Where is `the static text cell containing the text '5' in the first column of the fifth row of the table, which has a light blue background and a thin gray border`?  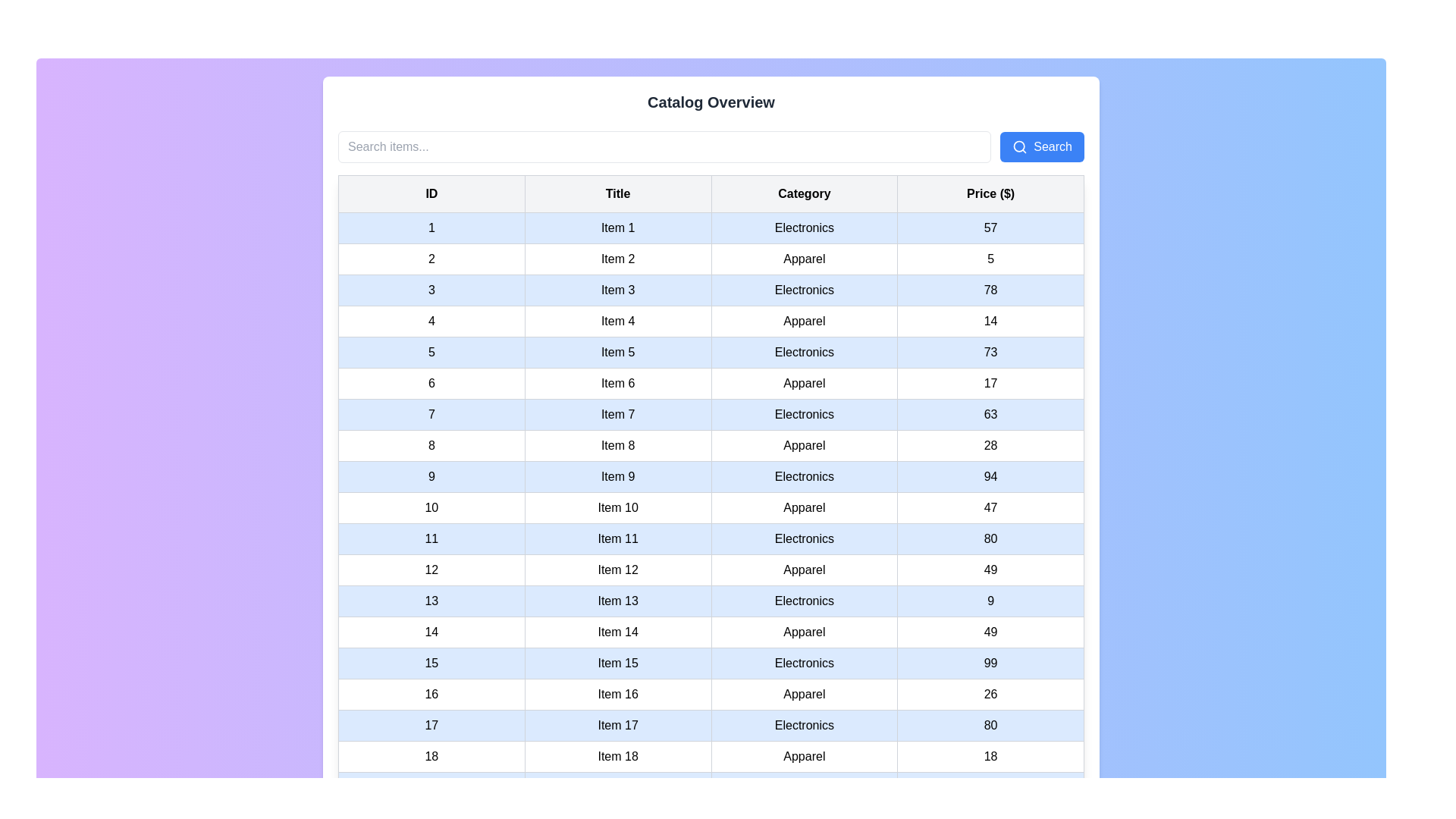 the static text cell containing the text '5' in the first column of the fifth row of the table, which has a light blue background and a thin gray border is located at coordinates (431, 353).